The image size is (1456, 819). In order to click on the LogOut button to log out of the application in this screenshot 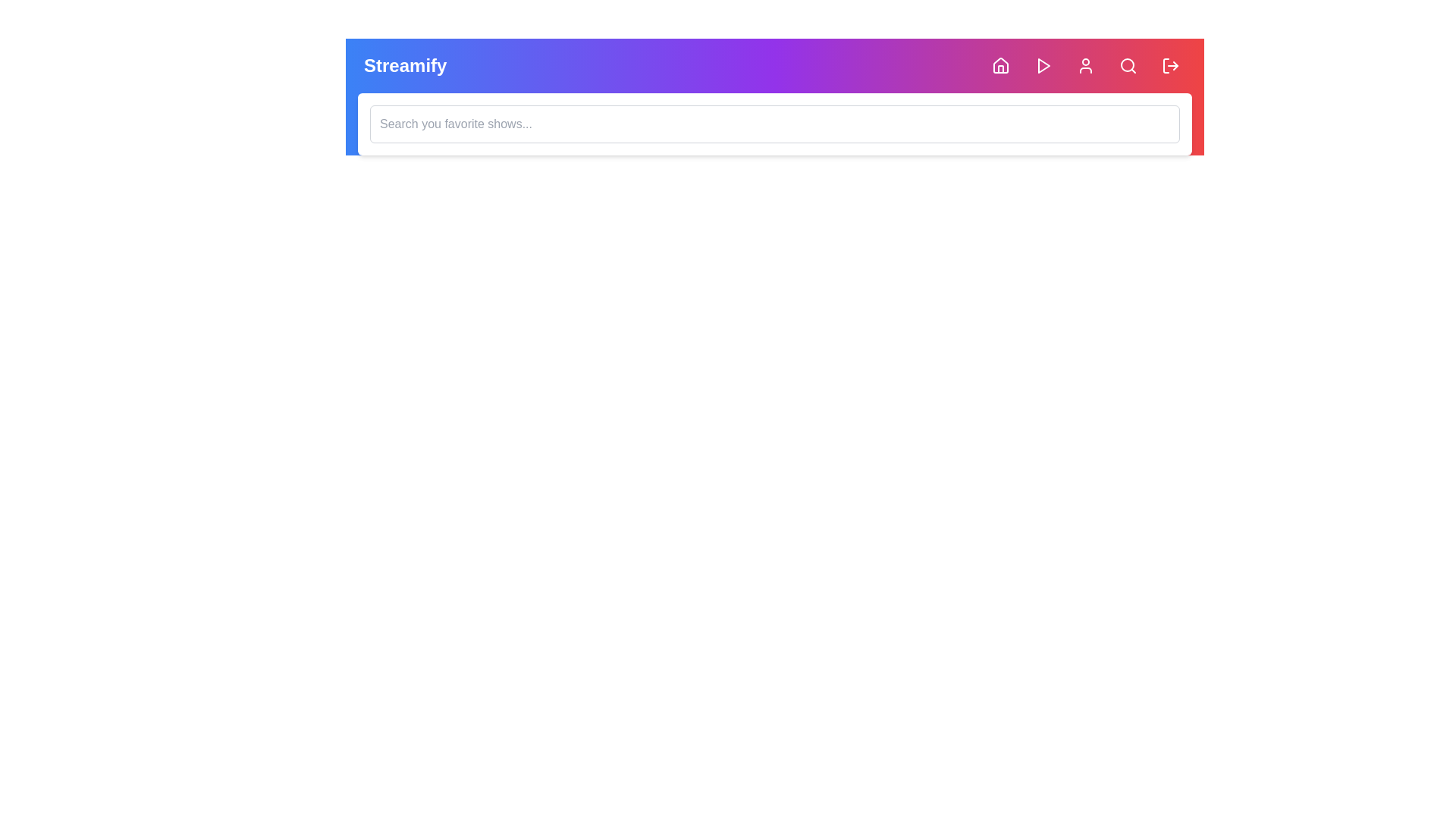, I will do `click(1170, 65)`.